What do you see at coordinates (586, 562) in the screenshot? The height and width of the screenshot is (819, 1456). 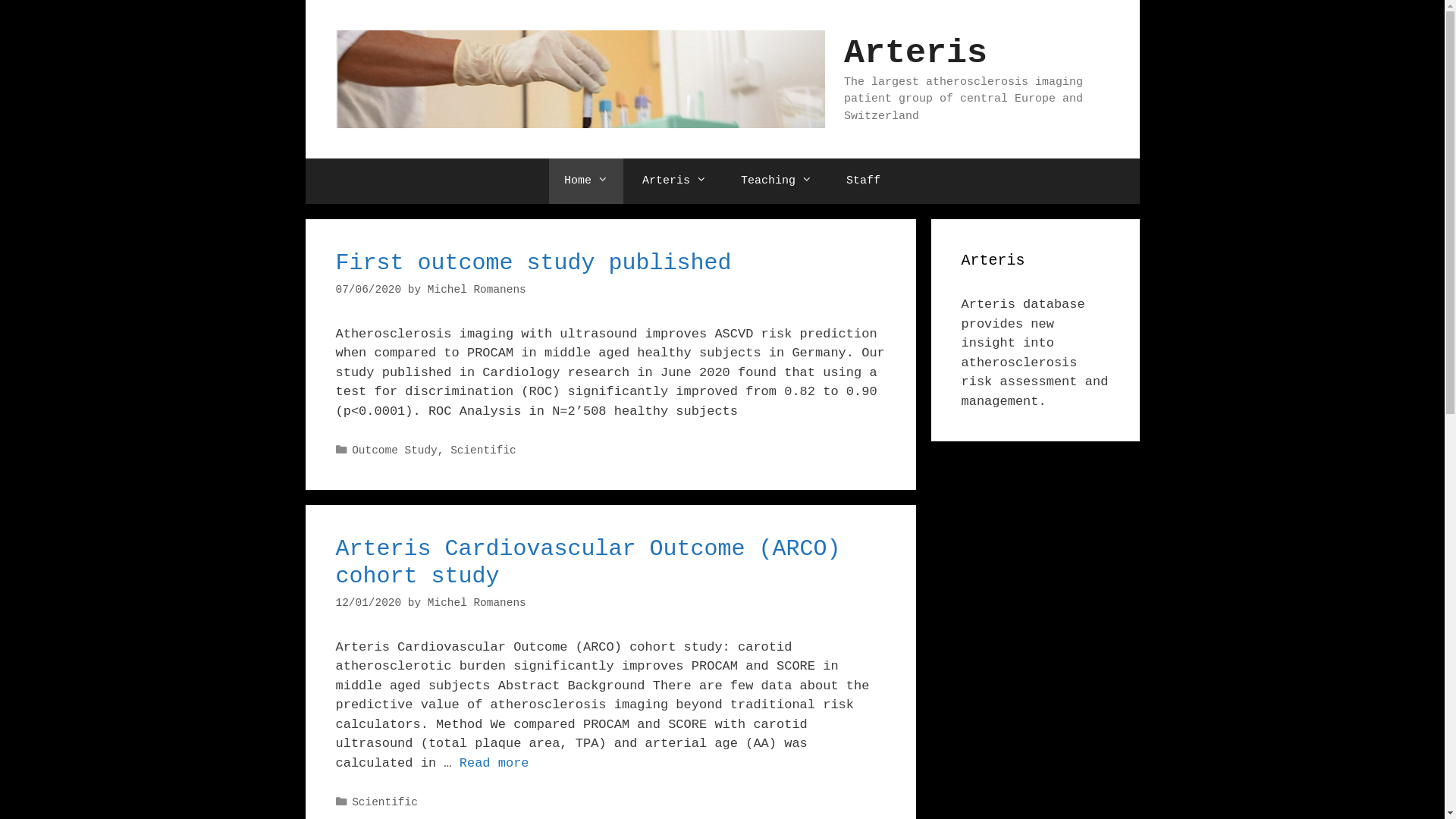 I see `'Arteris Cardiovascular Outcome (ARCO) cohort study'` at bounding box center [586, 562].